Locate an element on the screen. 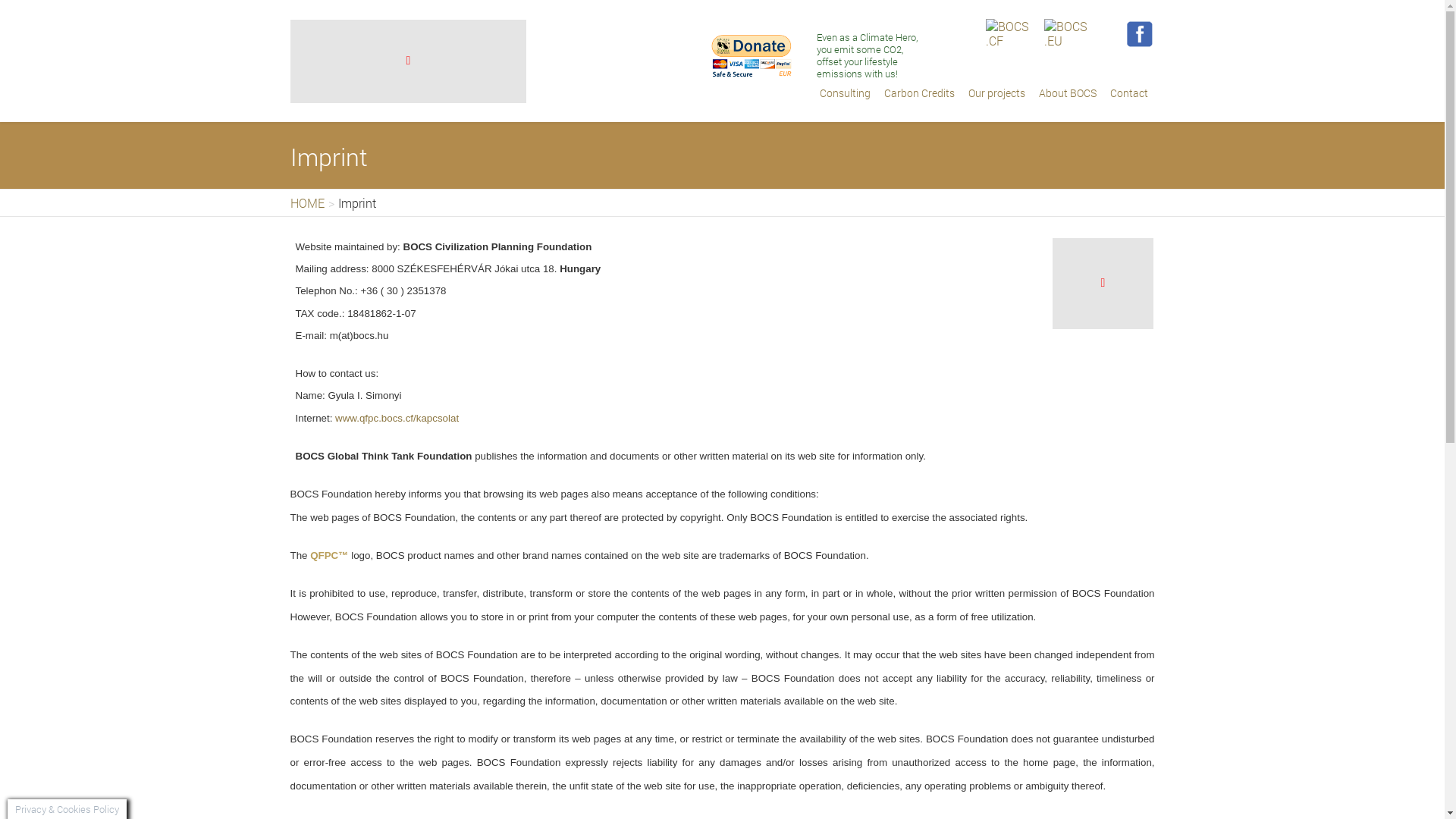 The height and width of the screenshot is (819, 1456). 'Contact' is located at coordinates (1128, 93).